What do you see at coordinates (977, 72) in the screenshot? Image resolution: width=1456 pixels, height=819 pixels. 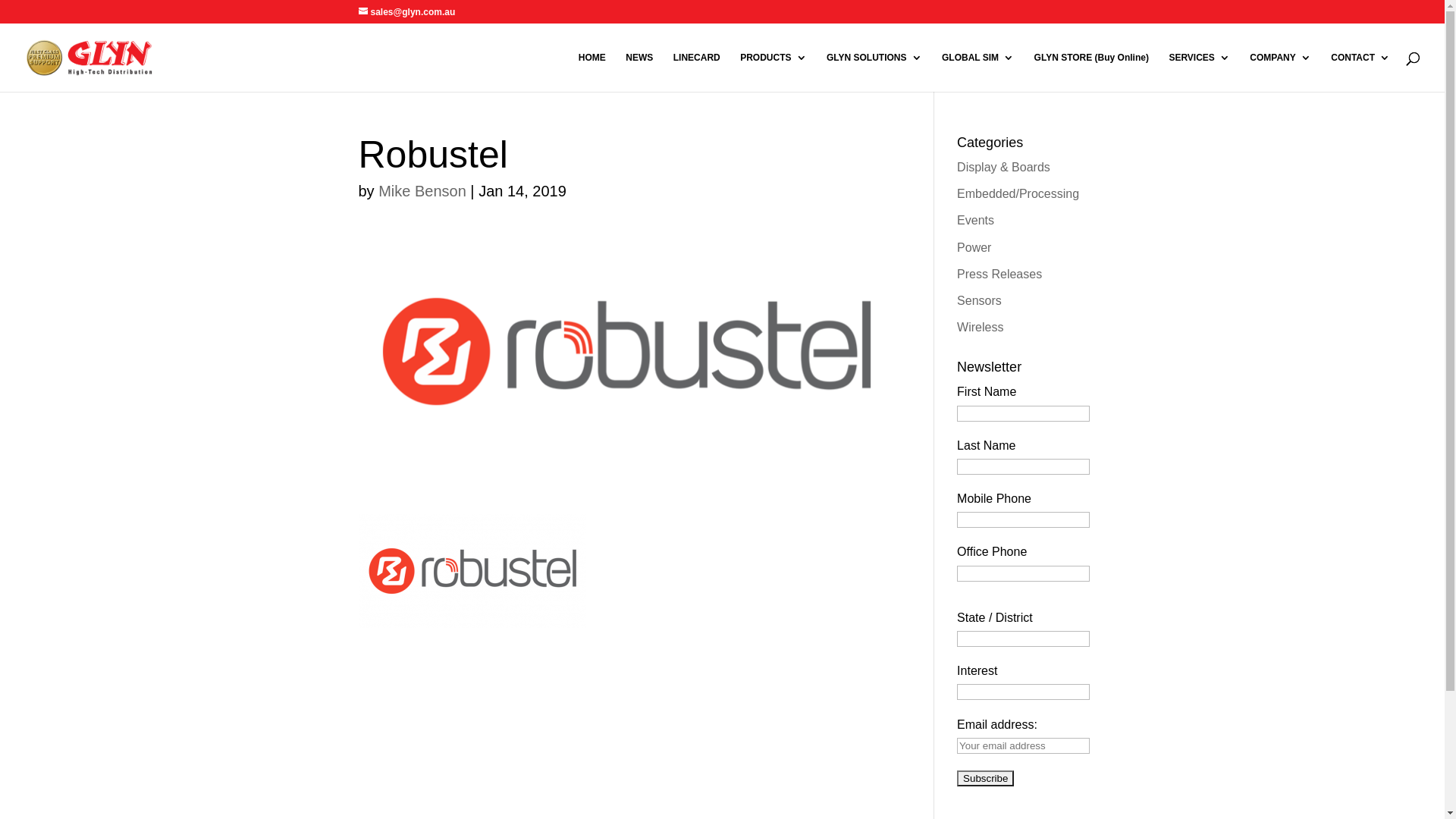 I see `'GLOBAL SIM'` at bounding box center [977, 72].